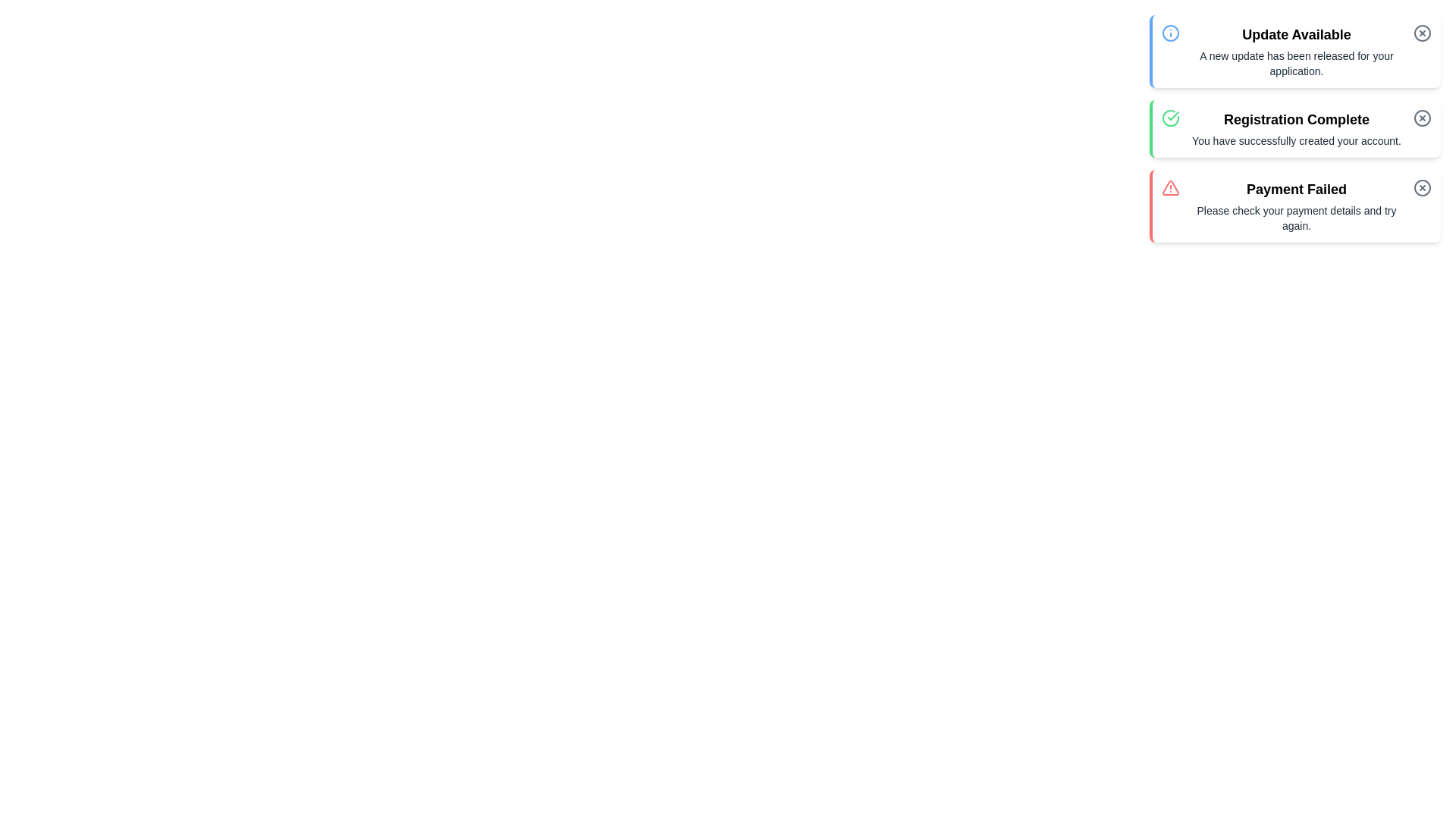 This screenshot has width=1456, height=819. Describe the element at coordinates (1422, 33) in the screenshot. I see `the dismiss button located in the top-right corner of the 'Update Available' notification card` at that location.